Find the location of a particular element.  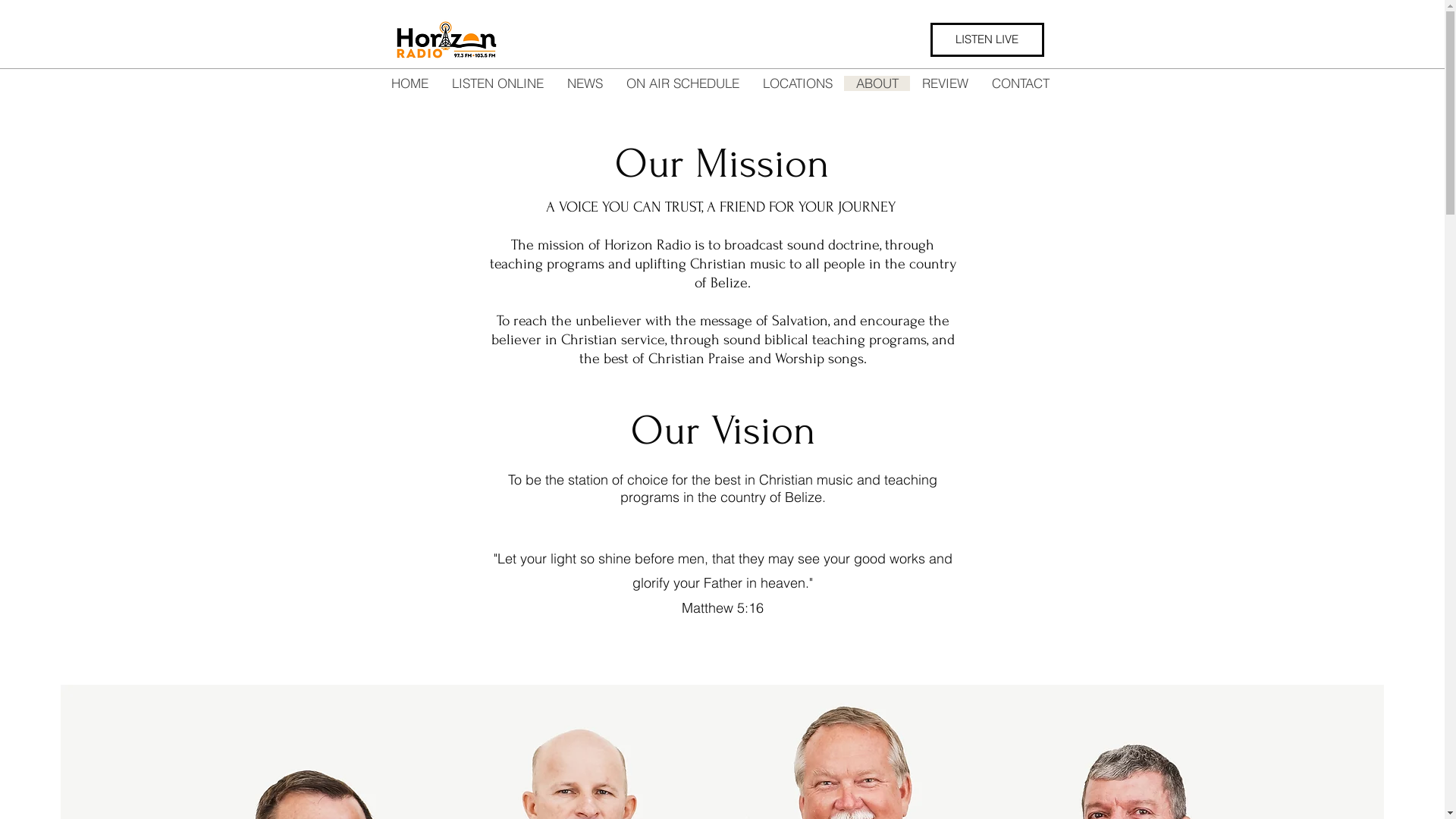

'ABOUT' is located at coordinates (877, 83).